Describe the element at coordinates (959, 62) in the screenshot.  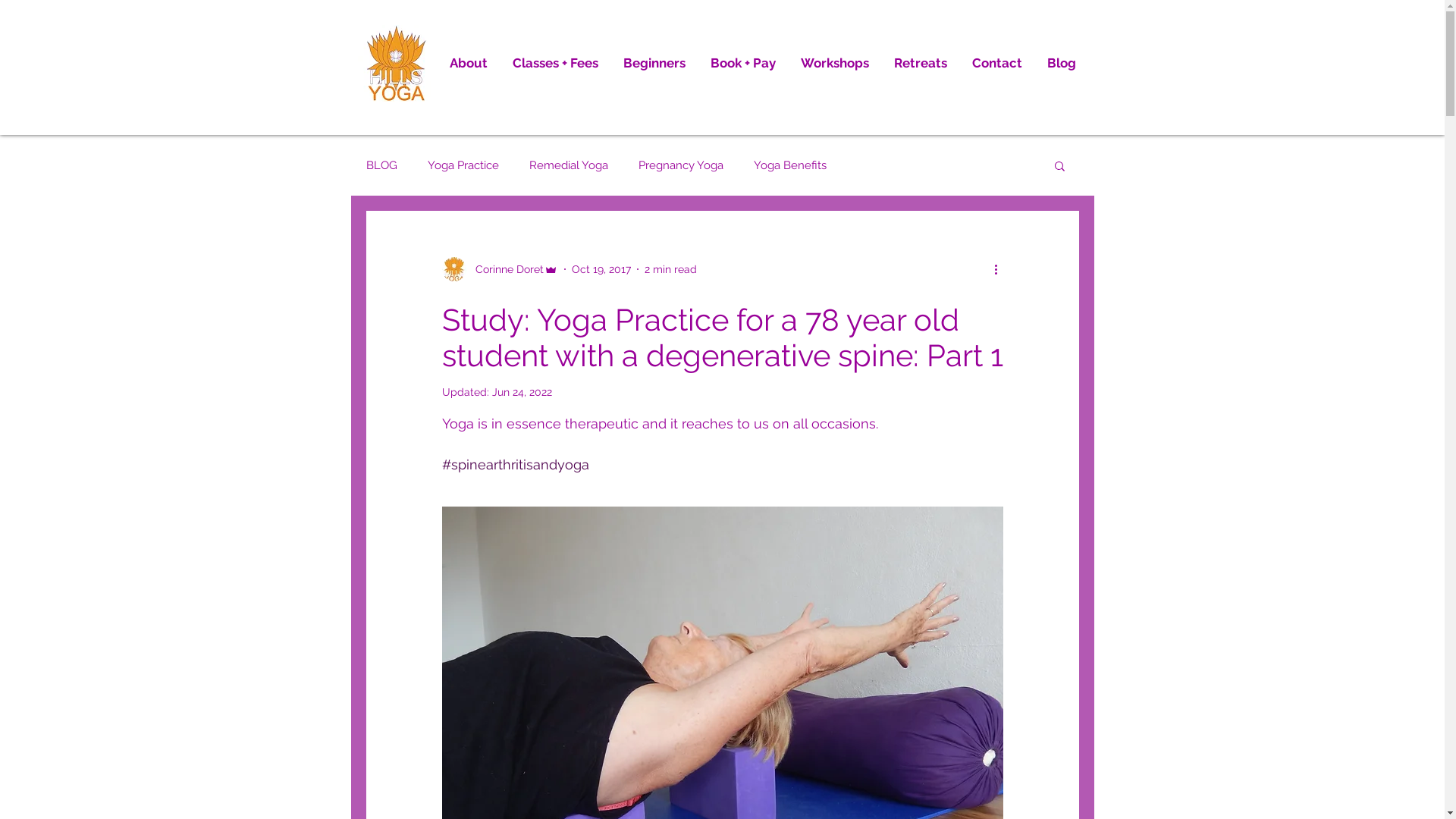
I see `'Contact'` at that location.